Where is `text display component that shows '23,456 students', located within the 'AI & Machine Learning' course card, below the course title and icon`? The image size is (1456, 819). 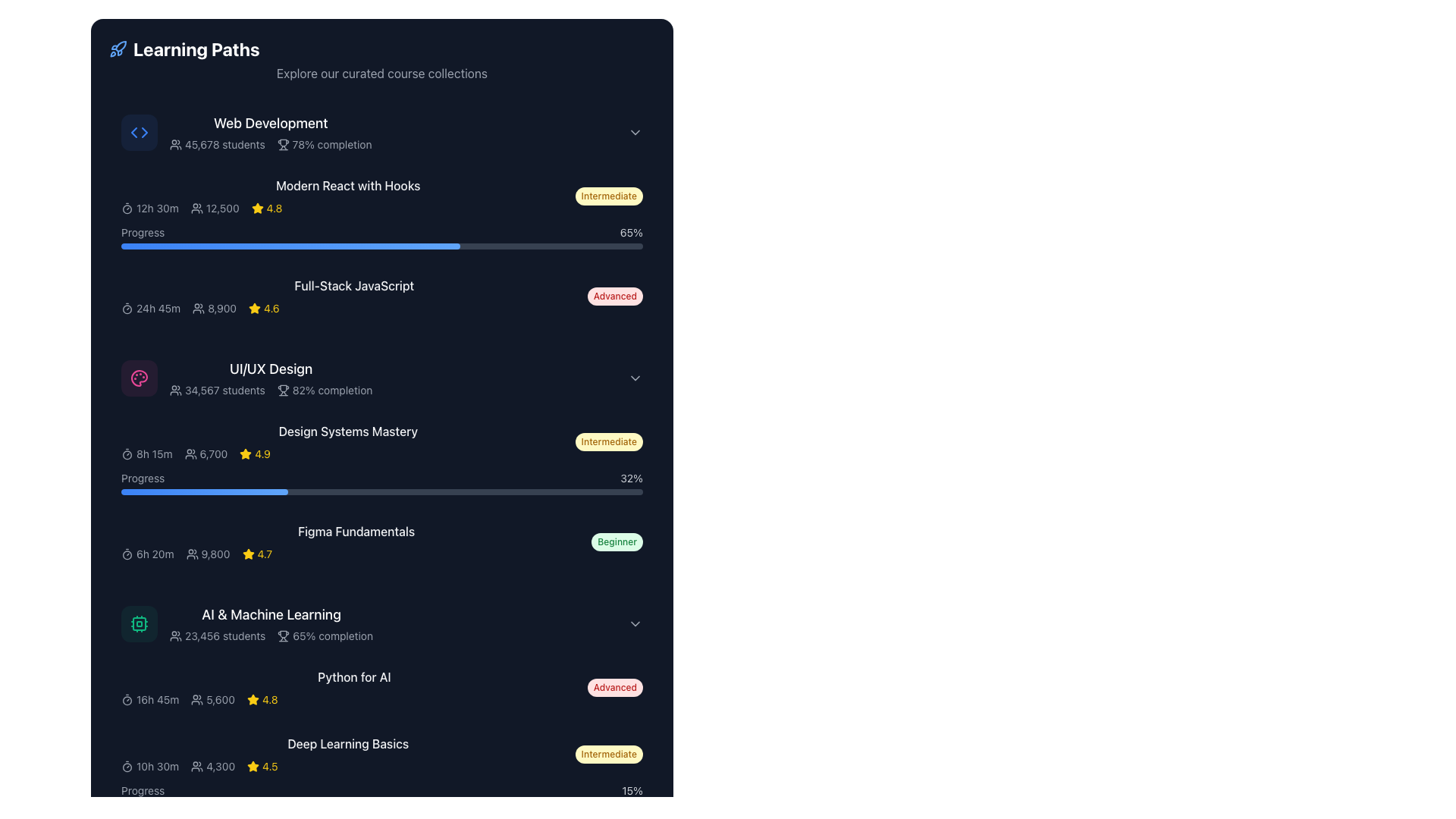
text display component that shows '23,456 students', located within the 'AI & Machine Learning' course card, below the course title and icon is located at coordinates (217, 636).